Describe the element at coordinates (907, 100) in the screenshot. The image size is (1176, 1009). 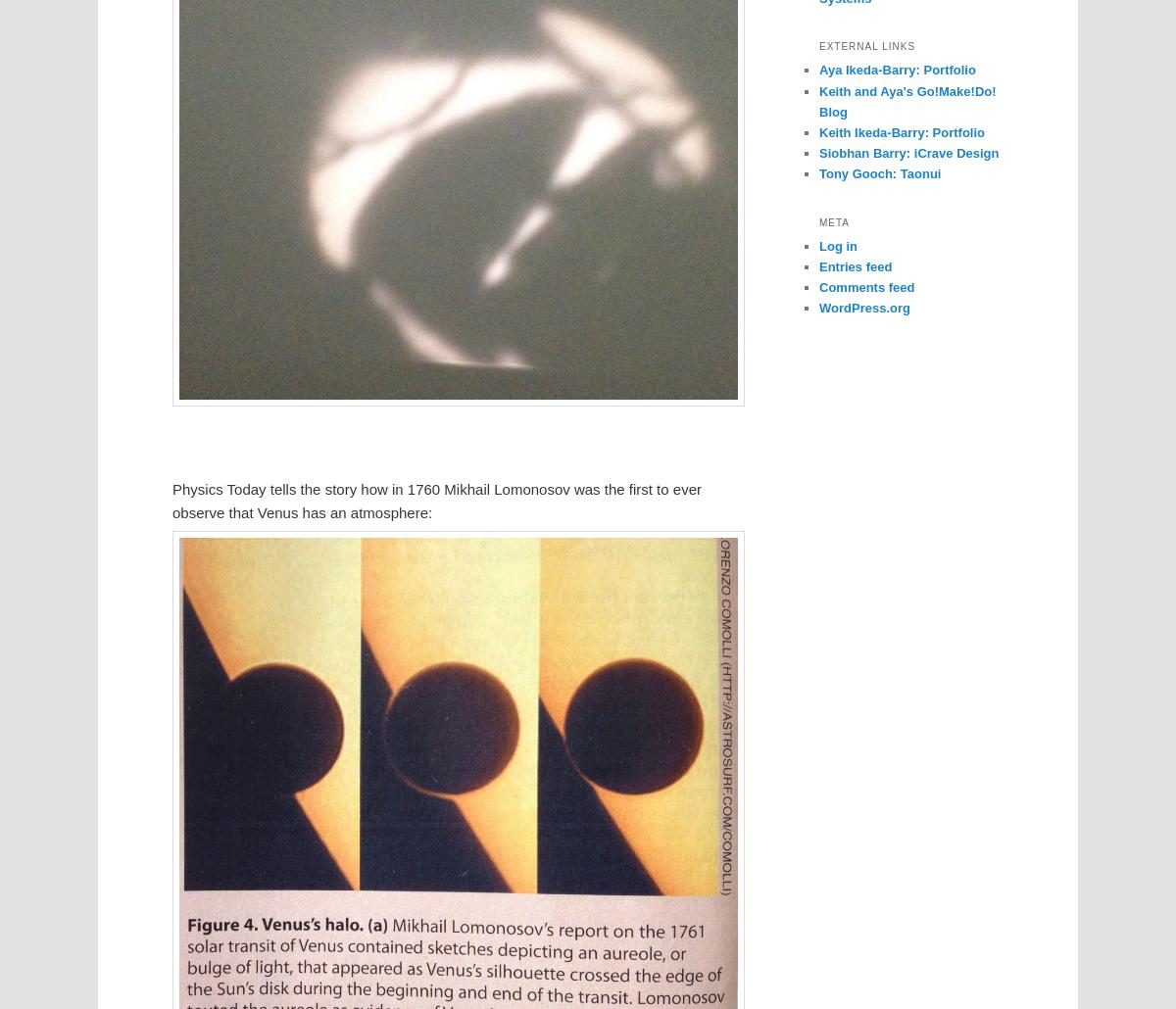
I see `'Keith and Aya's Go!Make!Do! Blog'` at that location.